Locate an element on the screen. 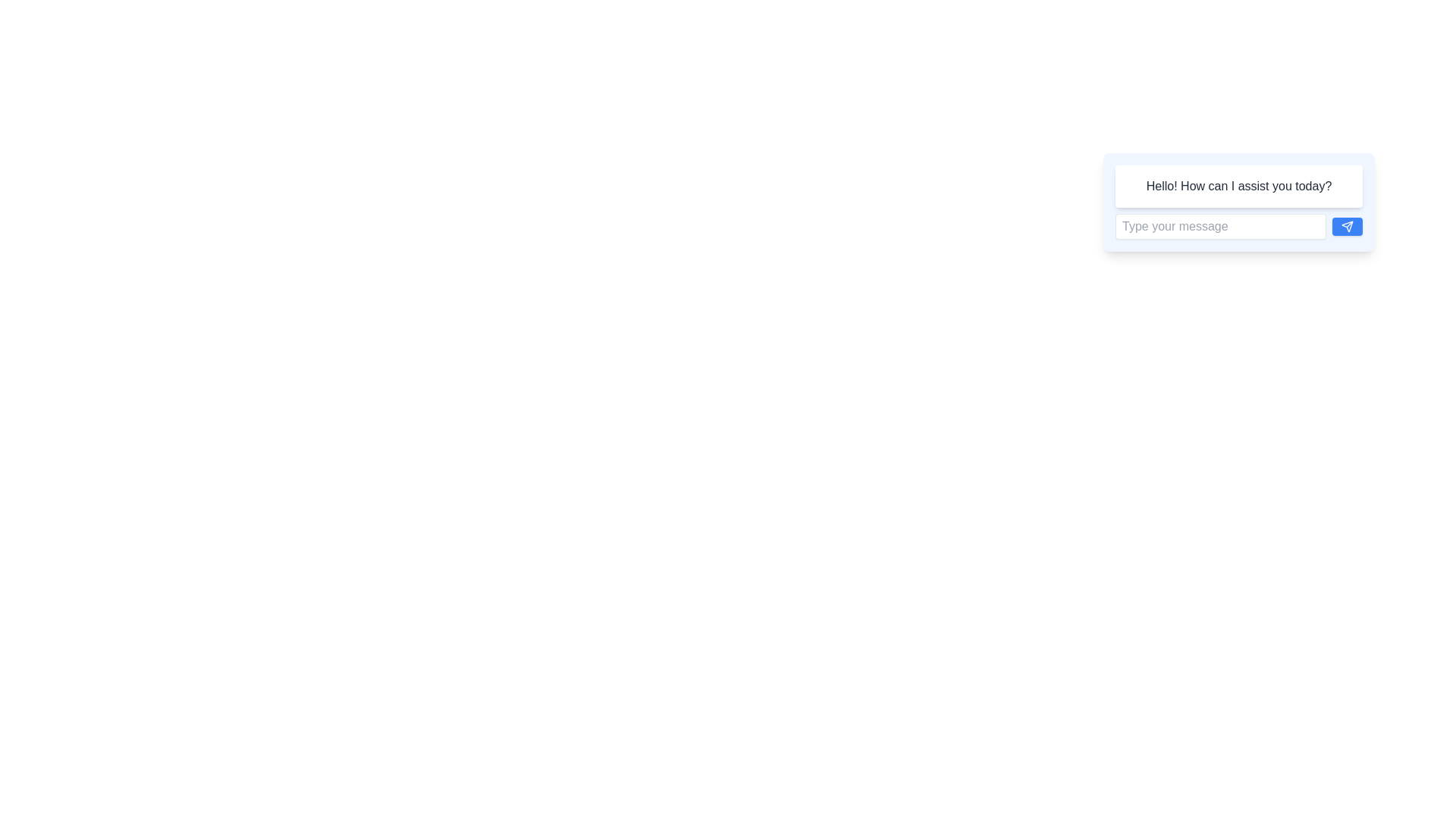 Image resolution: width=1456 pixels, height=819 pixels. the message submission button located at the right end of the chat interface to observe its hover state is located at coordinates (1347, 227).